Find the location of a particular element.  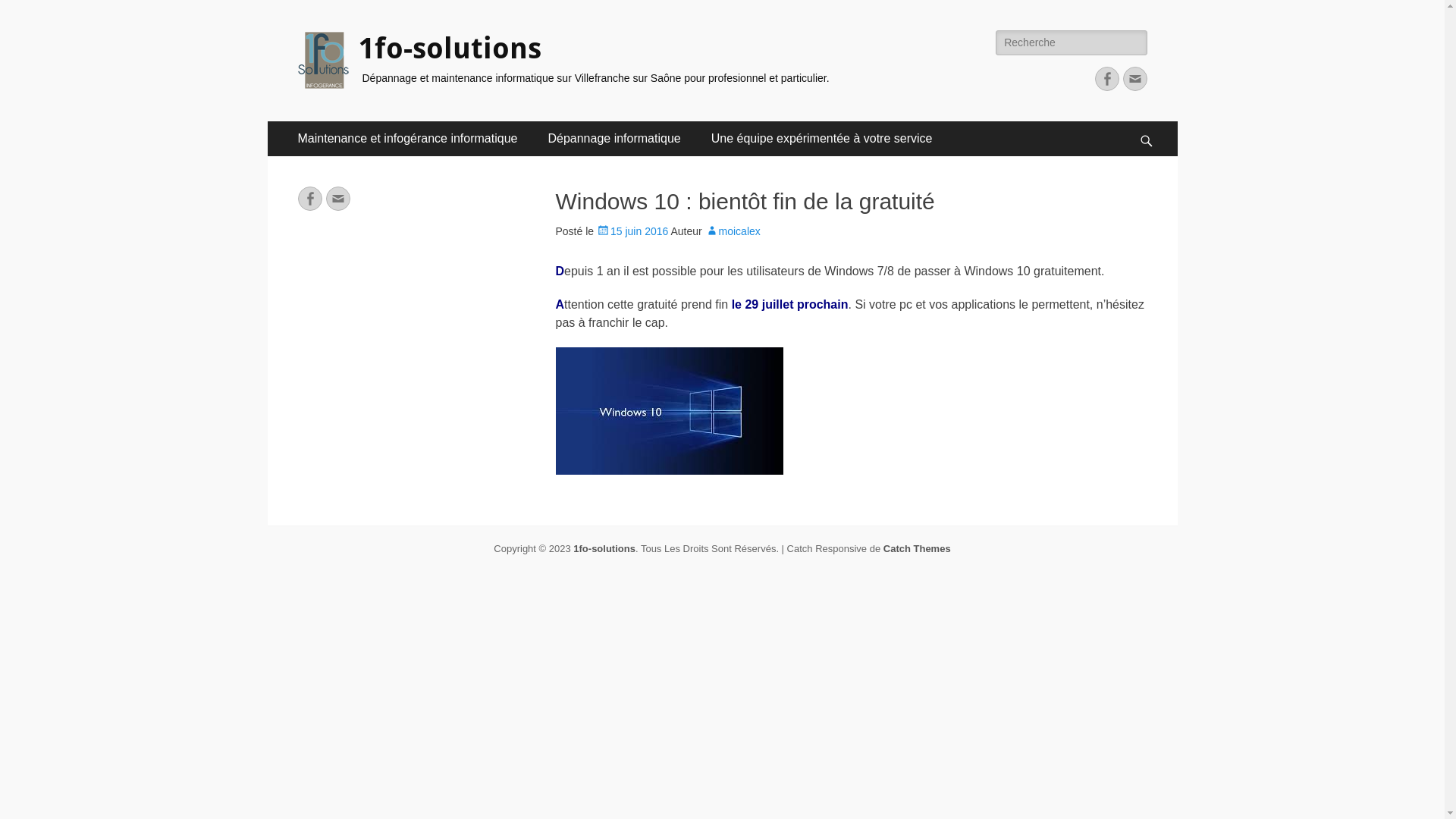

'Recherche' is located at coordinates (1153, 121).